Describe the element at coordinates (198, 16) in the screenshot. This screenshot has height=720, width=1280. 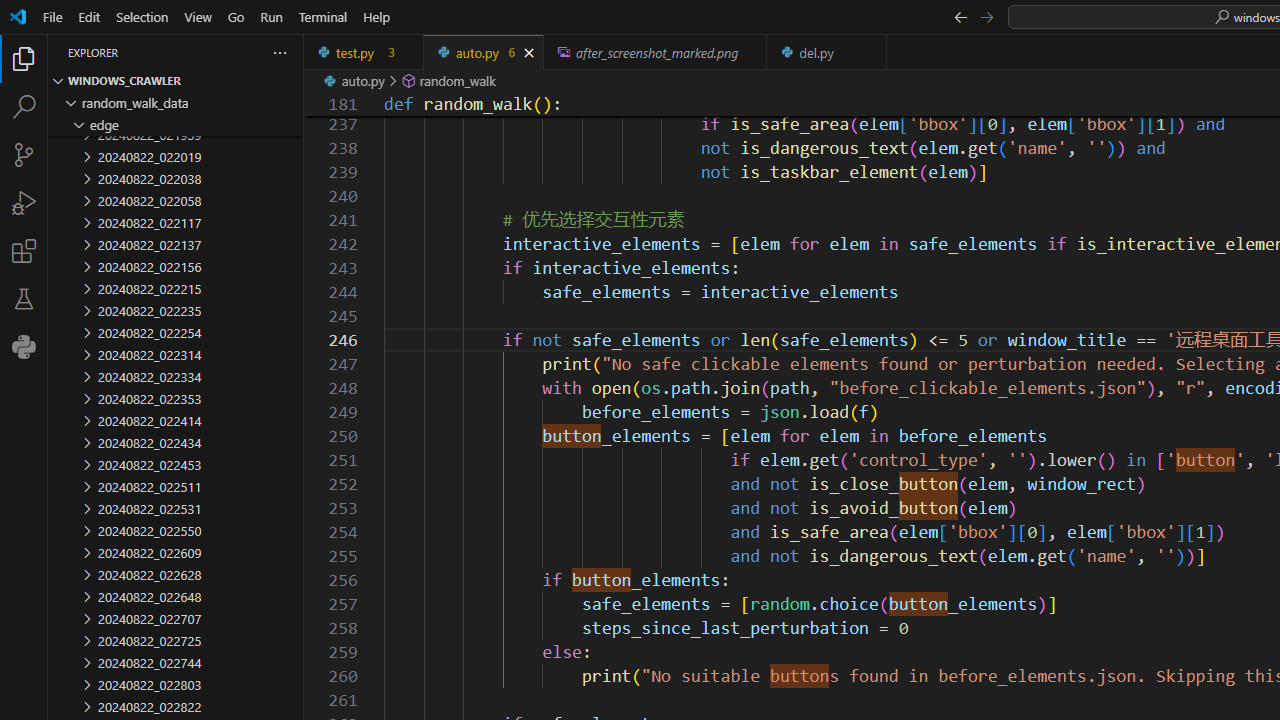
I see `'View'` at that location.